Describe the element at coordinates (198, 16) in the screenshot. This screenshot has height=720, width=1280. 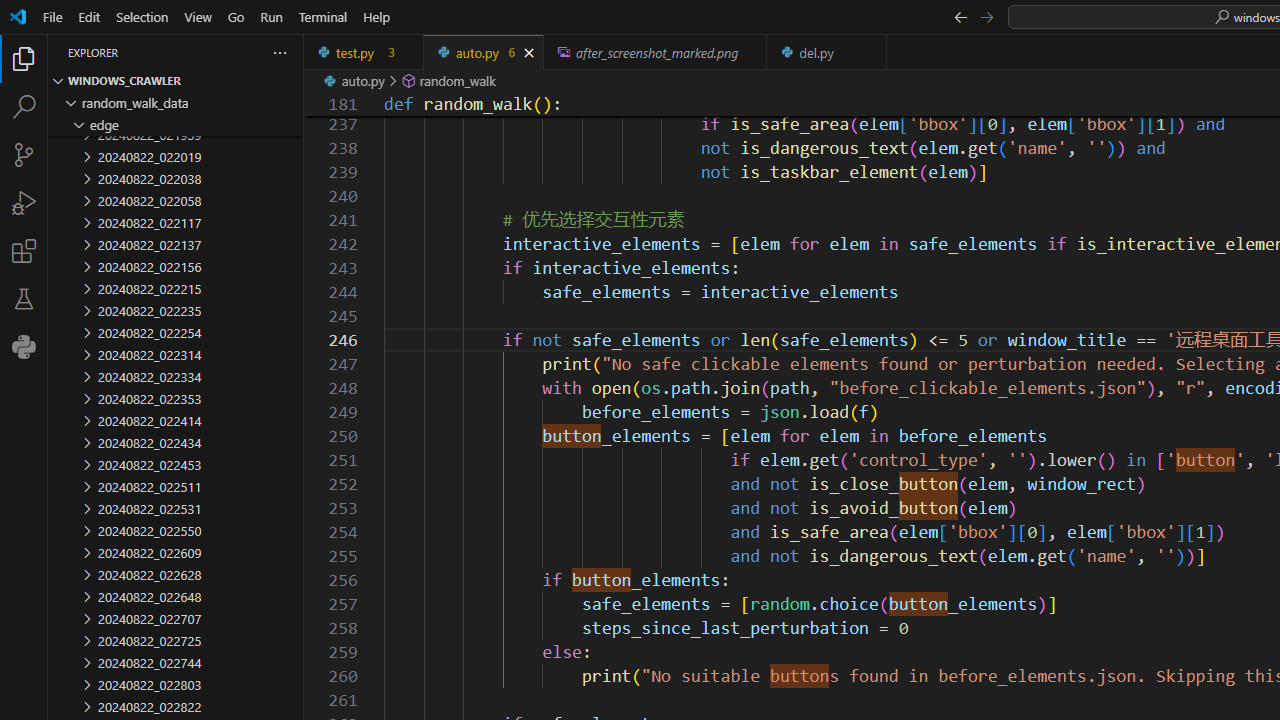
I see `'View'` at that location.